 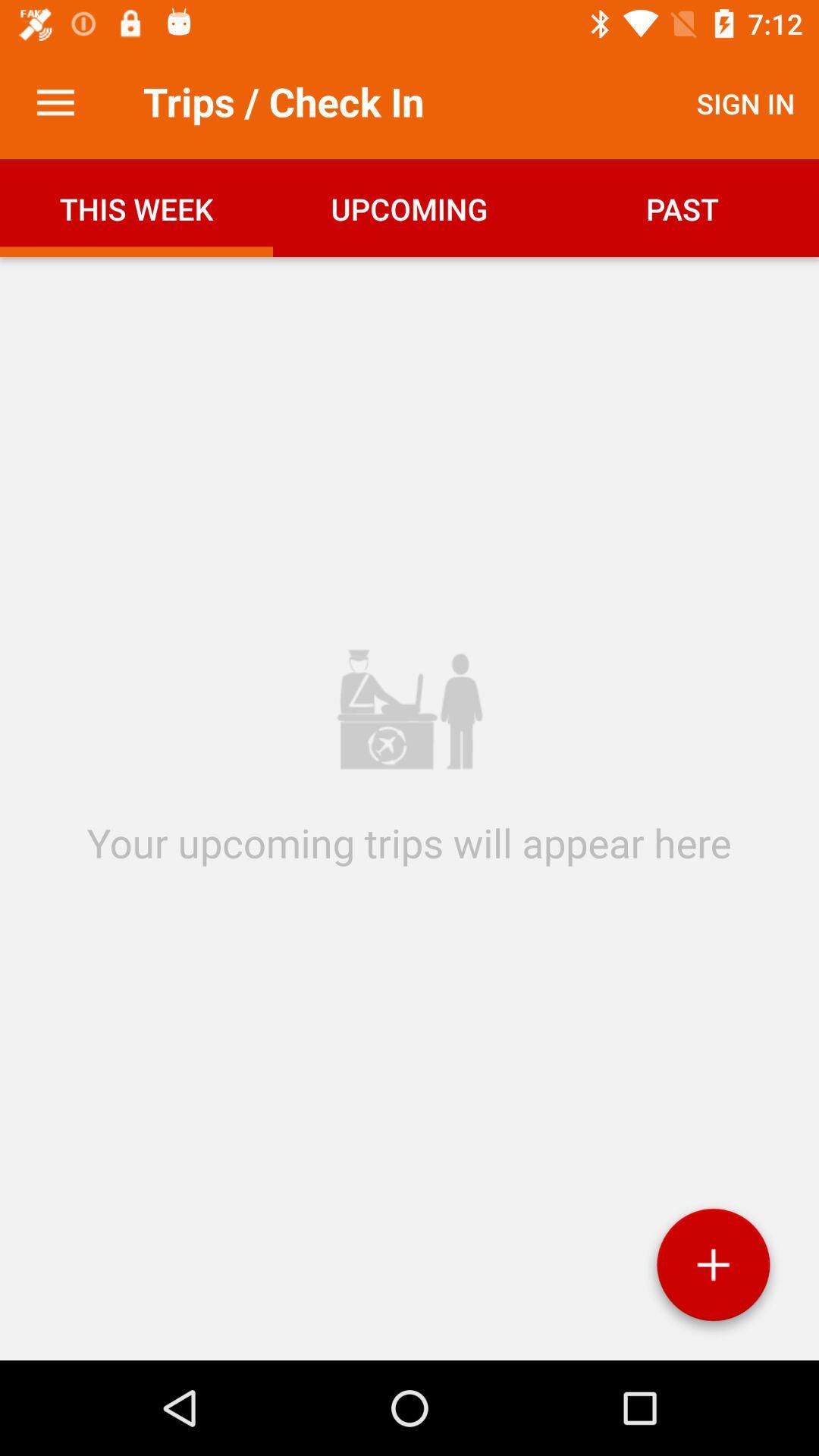 I want to click on the sign in icon, so click(x=745, y=102).